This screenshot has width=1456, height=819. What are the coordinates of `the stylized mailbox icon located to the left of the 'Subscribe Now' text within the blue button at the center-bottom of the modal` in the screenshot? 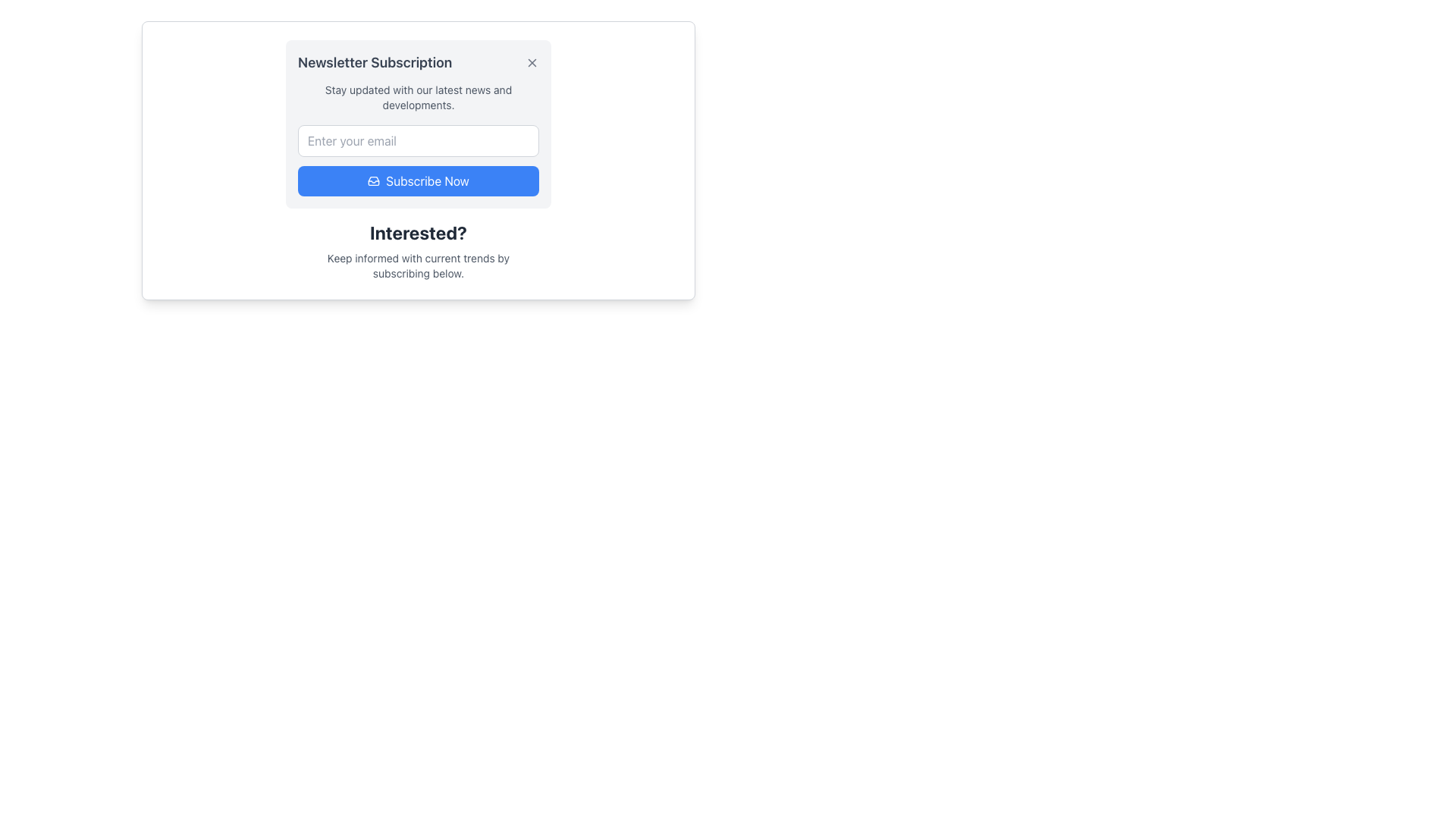 It's located at (374, 180).